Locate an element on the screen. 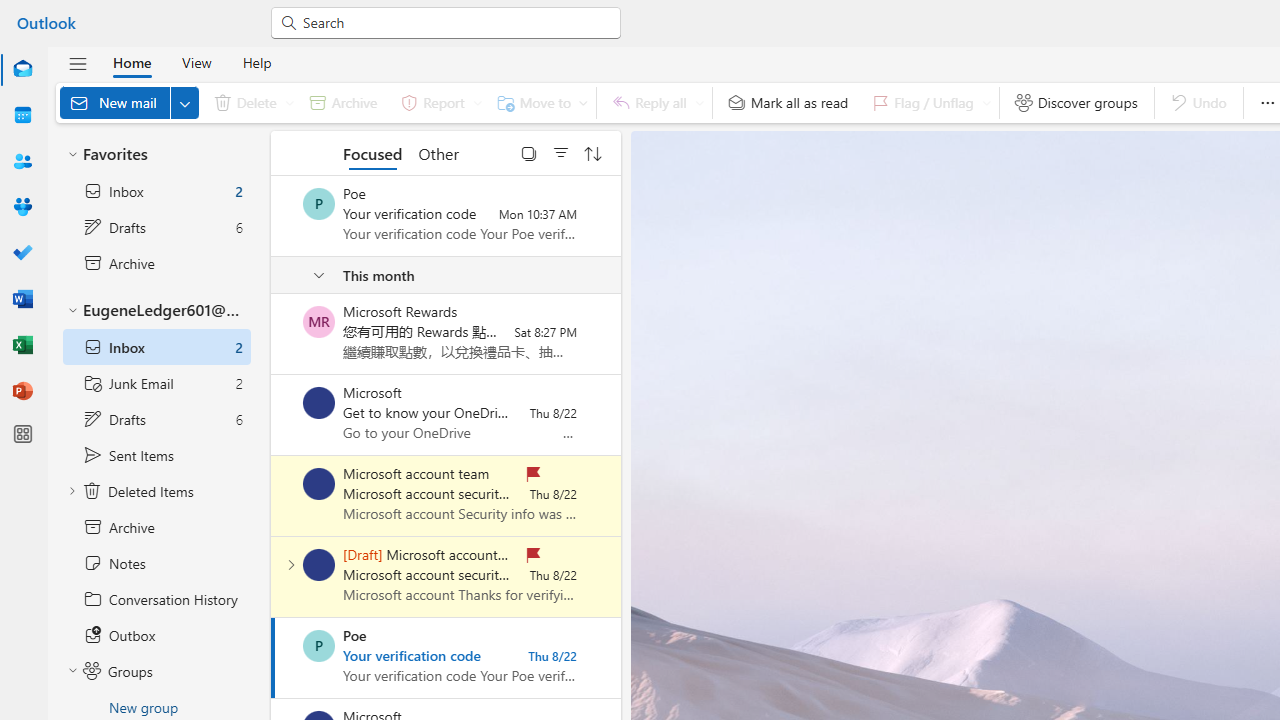 The width and height of the screenshot is (1280, 720). 'Reply all' is located at coordinates (654, 102).